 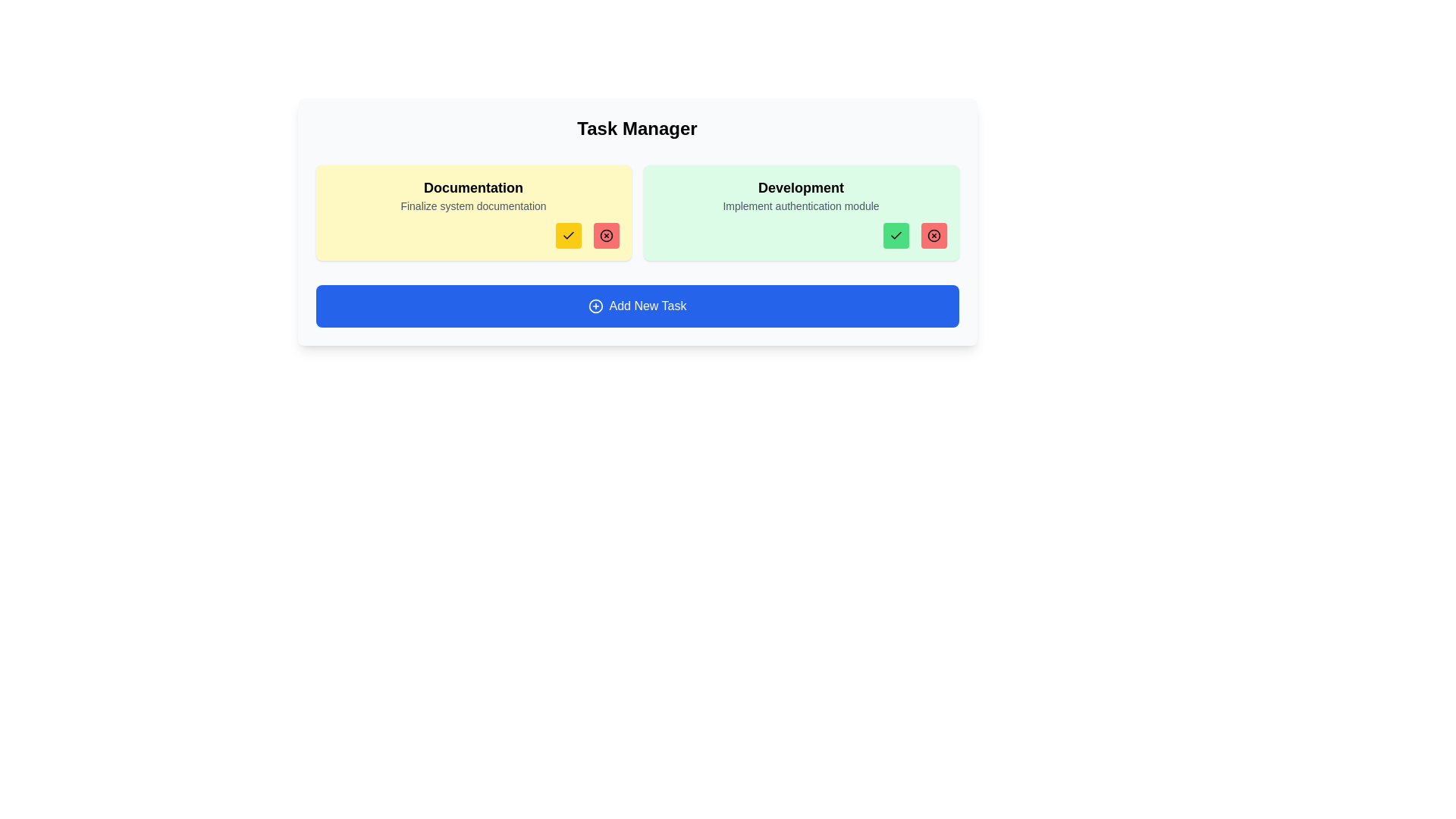 I want to click on the green rounded square button with a checkmark icon to approve the task, so click(x=896, y=236).